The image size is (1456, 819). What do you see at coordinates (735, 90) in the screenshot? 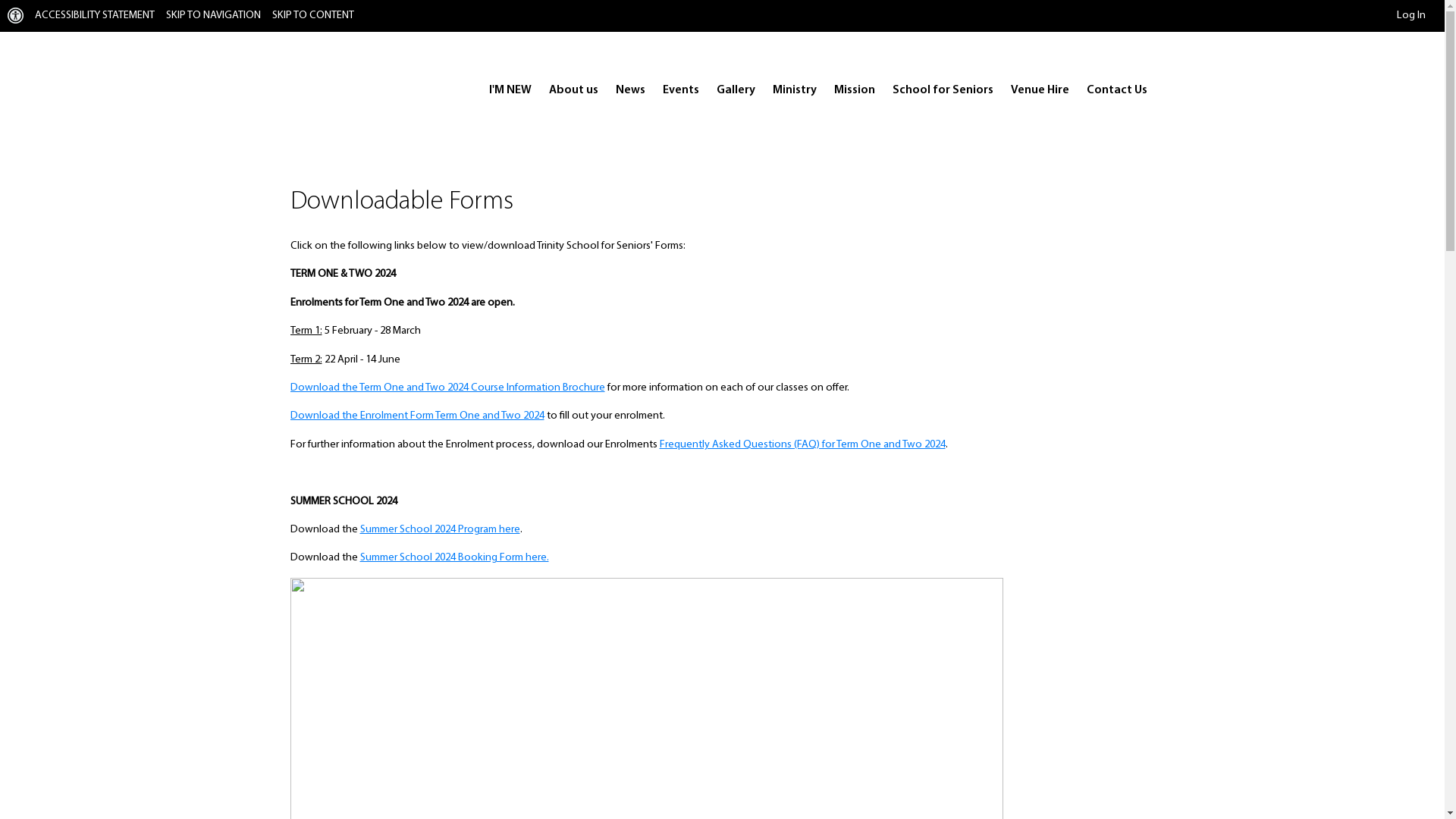
I see `'Gallery'` at bounding box center [735, 90].